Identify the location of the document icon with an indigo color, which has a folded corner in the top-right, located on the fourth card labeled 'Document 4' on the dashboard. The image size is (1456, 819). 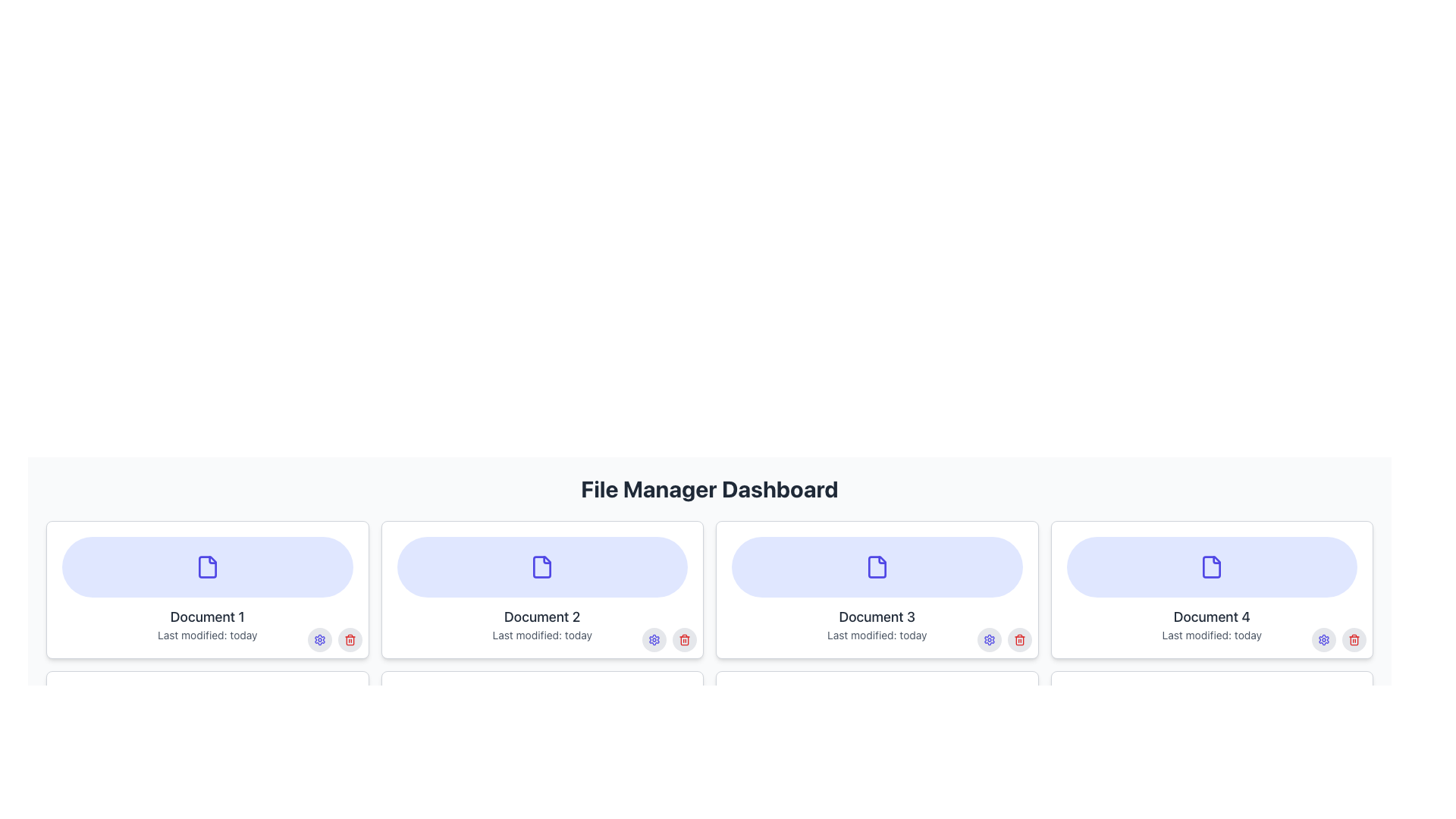
(1211, 567).